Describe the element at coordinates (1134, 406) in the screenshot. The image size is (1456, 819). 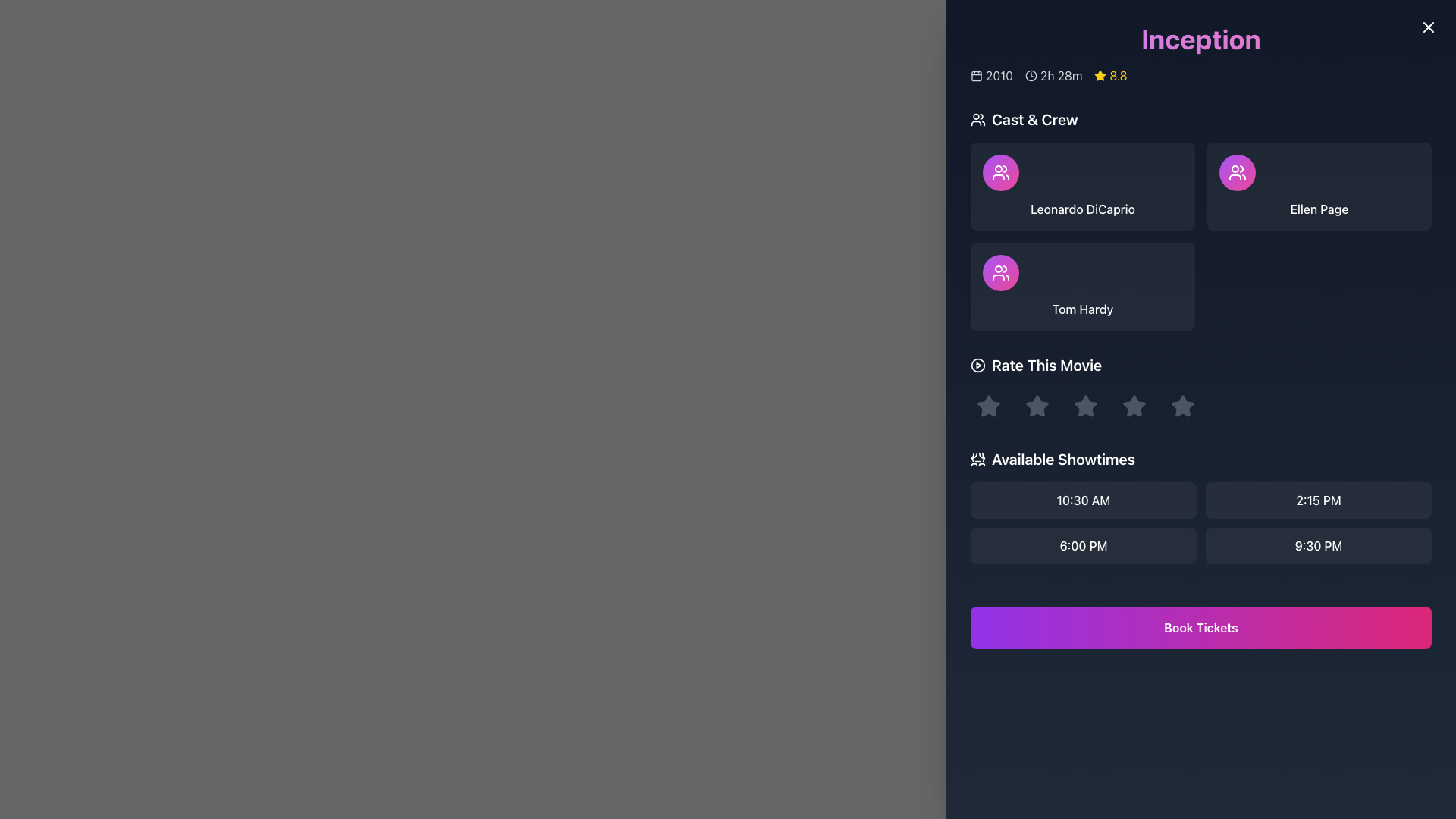
I see `the fourth star icon` at that location.